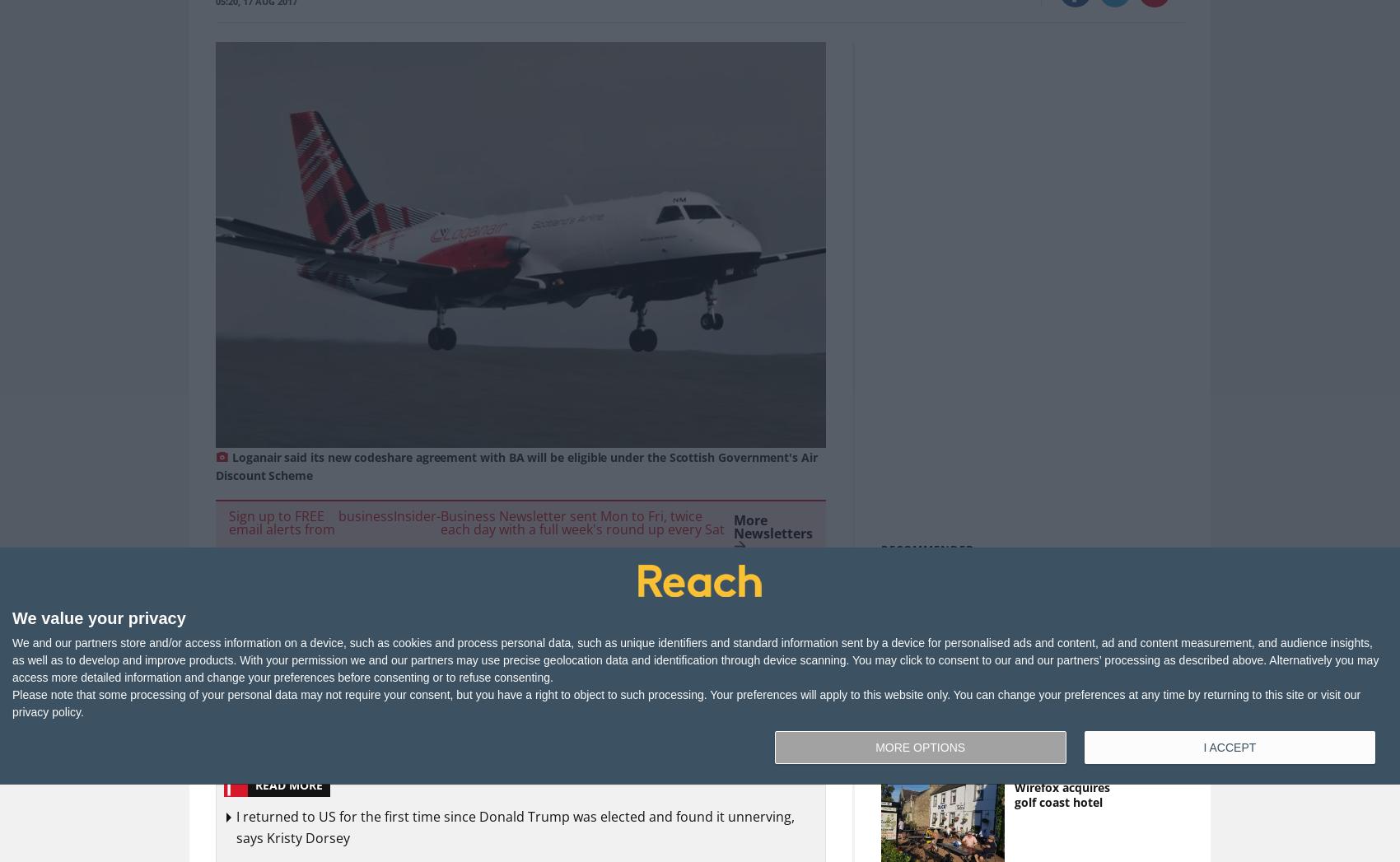 This screenshot has height=862, width=1400. I want to click on 'Recommended', so click(927, 547).